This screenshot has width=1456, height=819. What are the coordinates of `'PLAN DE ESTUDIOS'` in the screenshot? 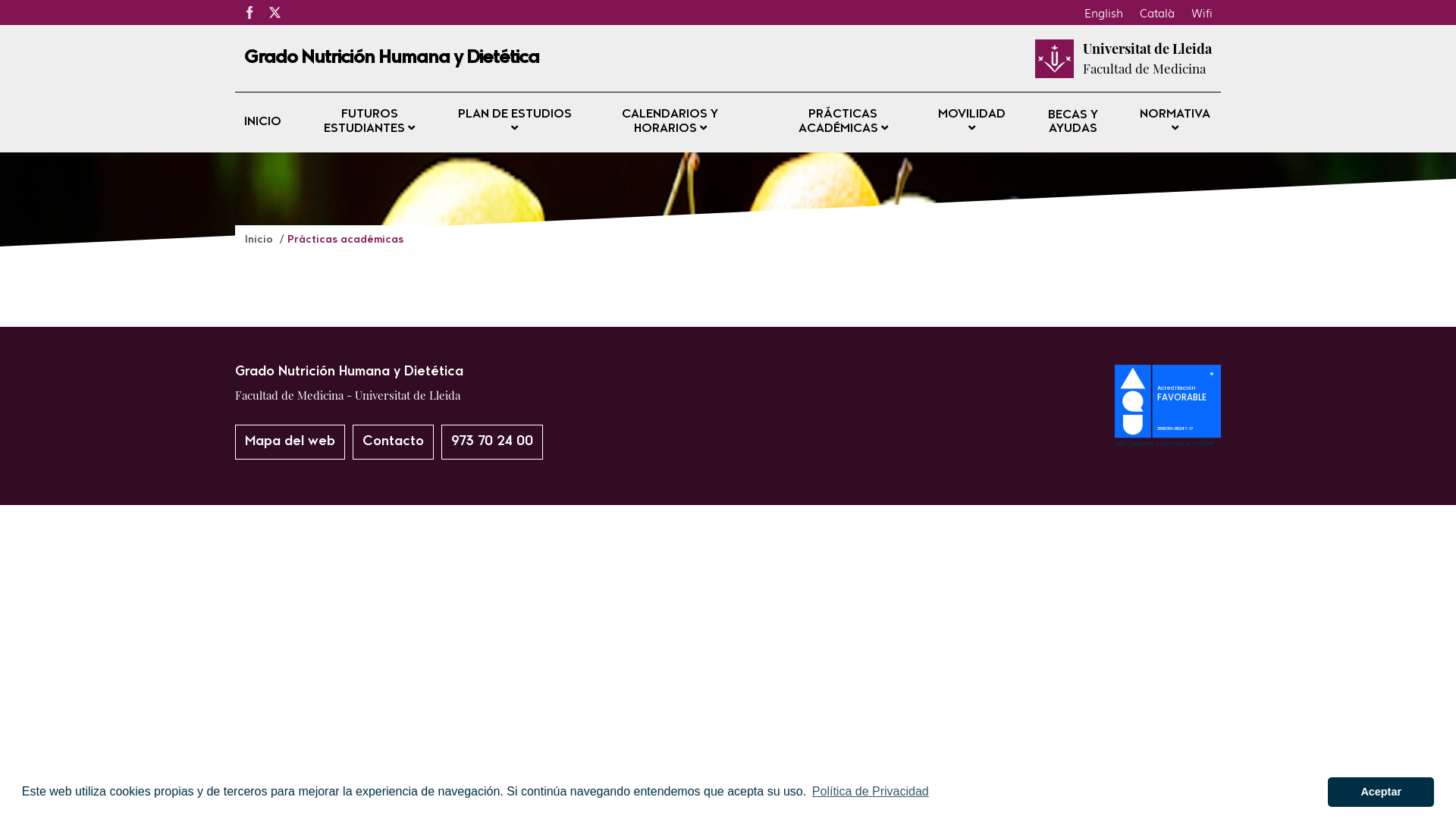 It's located at (447, 121).